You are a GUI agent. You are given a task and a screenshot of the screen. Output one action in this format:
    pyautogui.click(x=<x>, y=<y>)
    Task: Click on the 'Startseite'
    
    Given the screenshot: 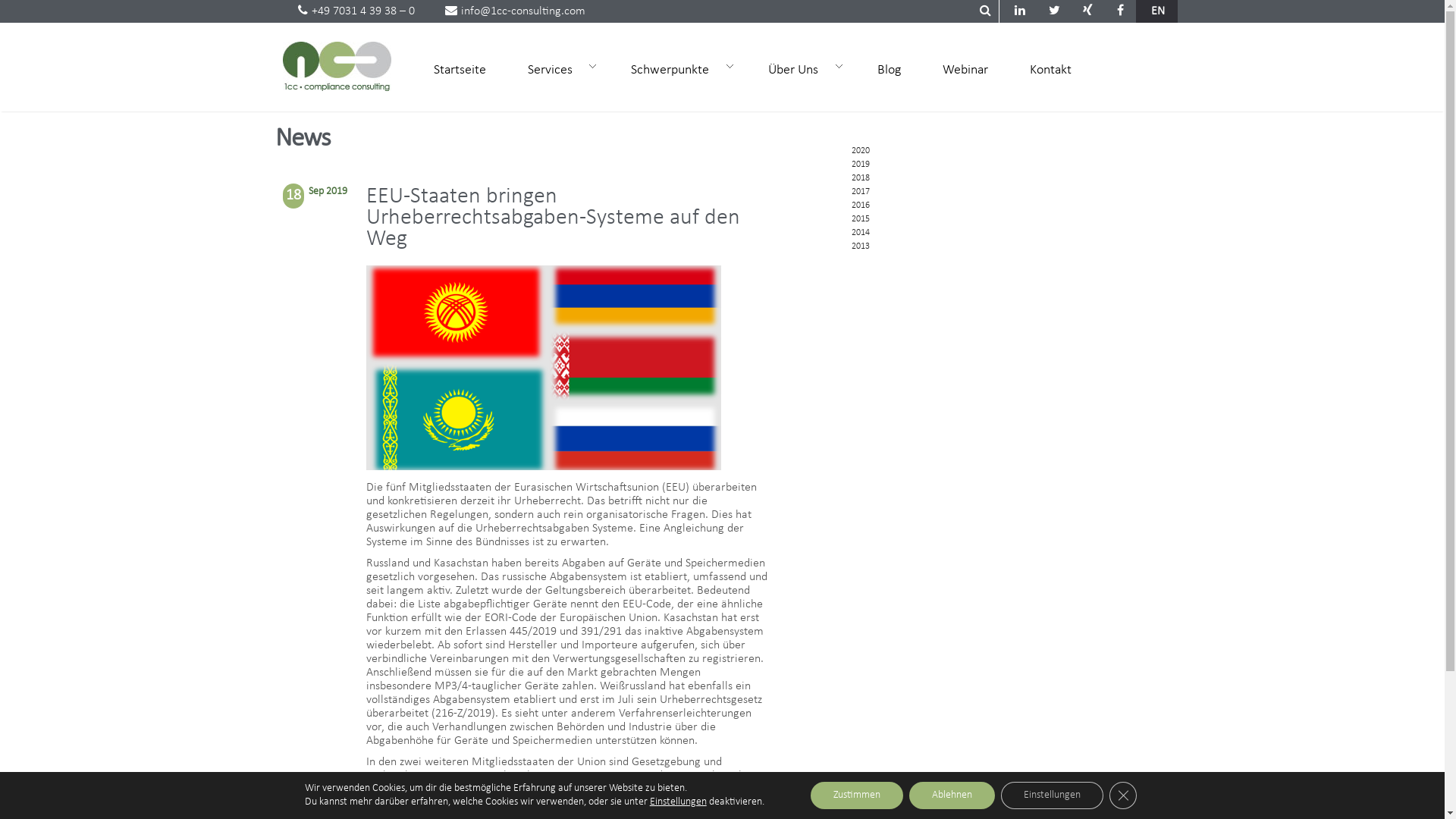 What is the action you would take?
    pyautogui.click(x=459, y=69)
    